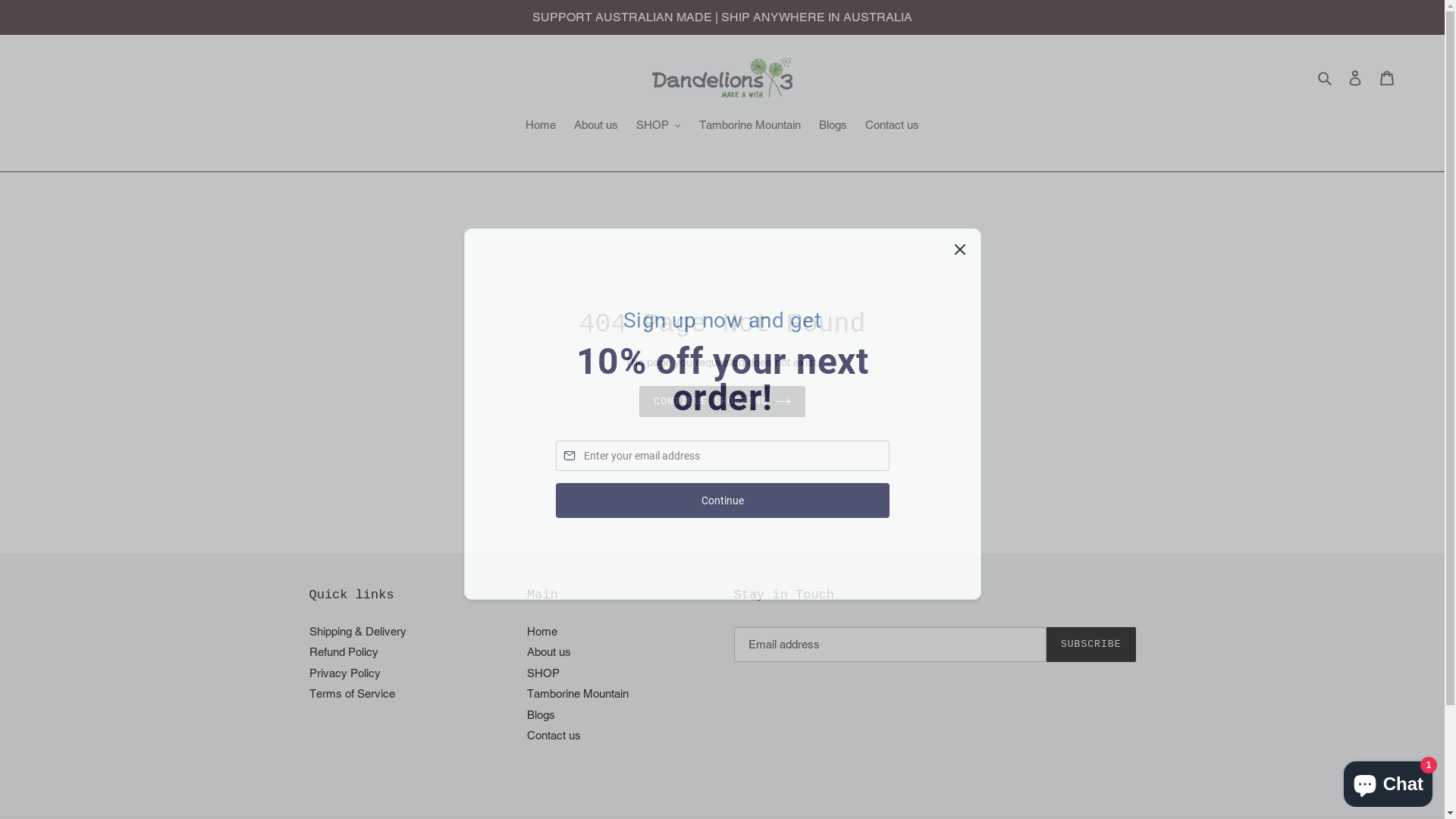 This screenshot has width=1456, height=819. I want to click on 'Shipping & Delivery', so click(356, 631).